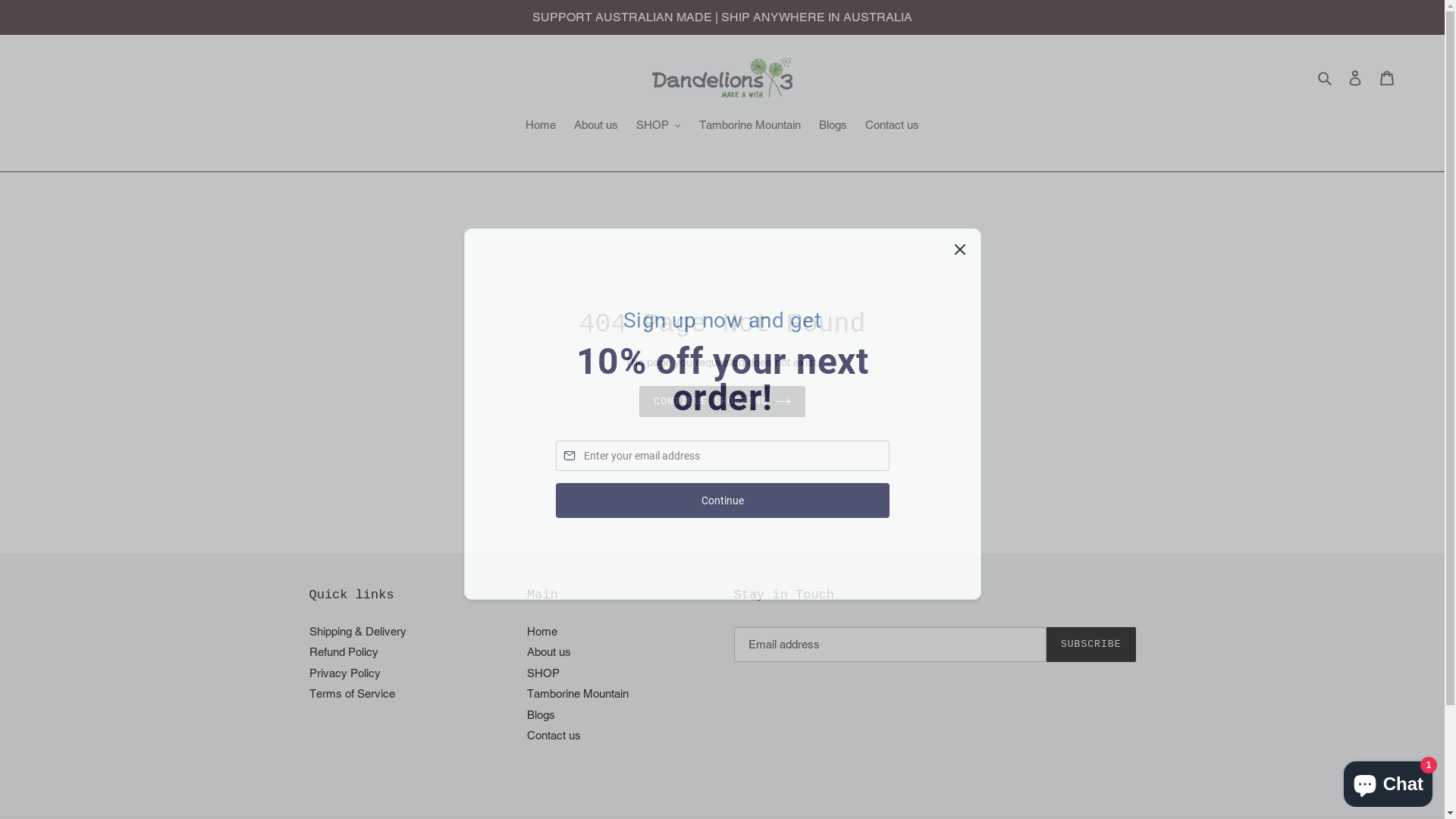 This screenshot has width=1456, height=819. I want to click on 'Shipping & Delivery', so click(356, 631).